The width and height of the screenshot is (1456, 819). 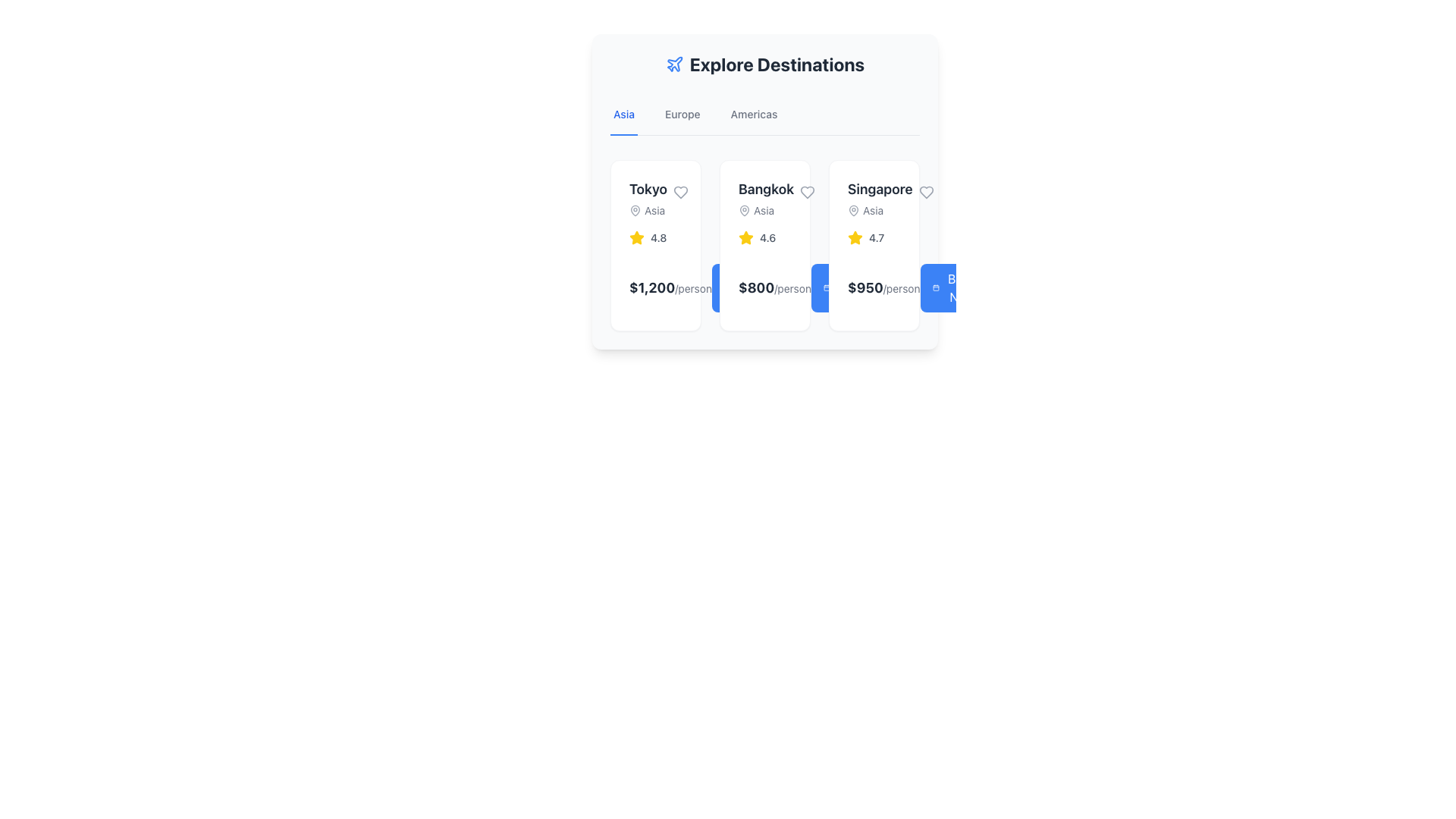 What do you see at coordinates (854, 210) in the screenshot?
I see `the map pin icon located above the 'Asia' text and beside the Singapore destination title in the 'Explore Destinations' card` at bounding box center [854, 210].